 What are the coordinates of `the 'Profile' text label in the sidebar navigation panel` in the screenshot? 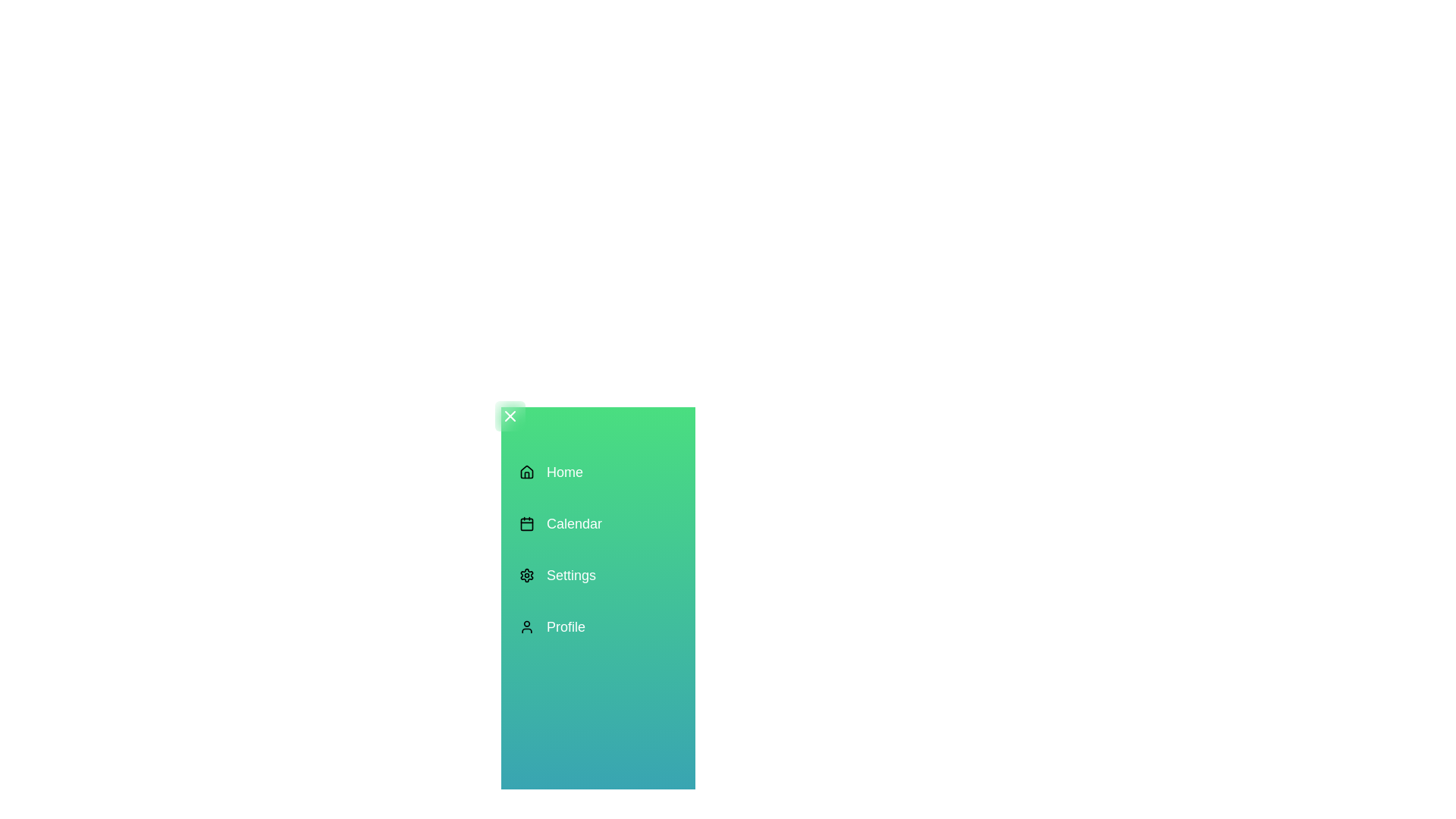 It's located at (565, 626).